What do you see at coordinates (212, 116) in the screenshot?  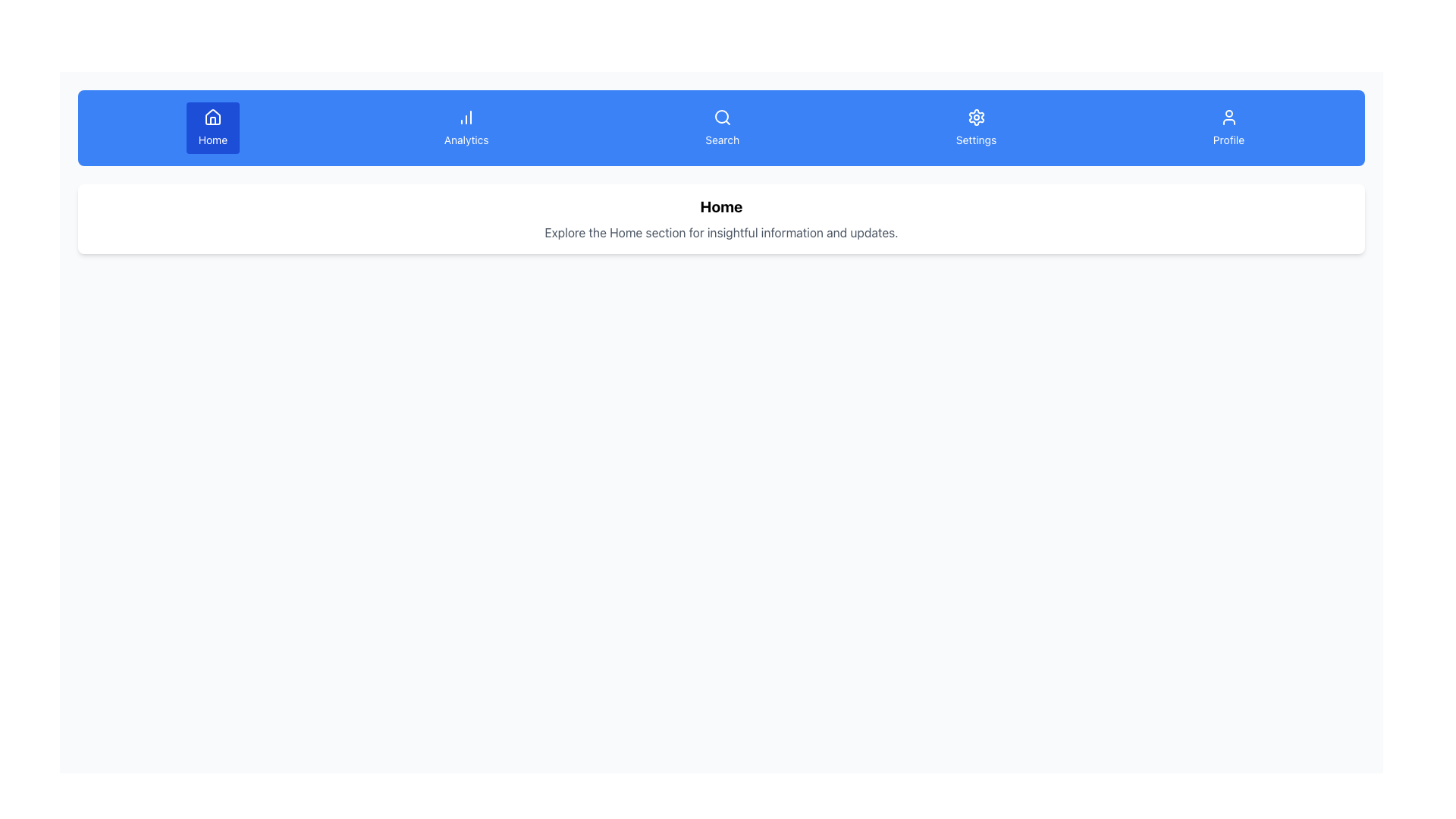 I see `the house icon located inside the blue rectangular button labeled 'Home'` at bounding box center [212, 116].